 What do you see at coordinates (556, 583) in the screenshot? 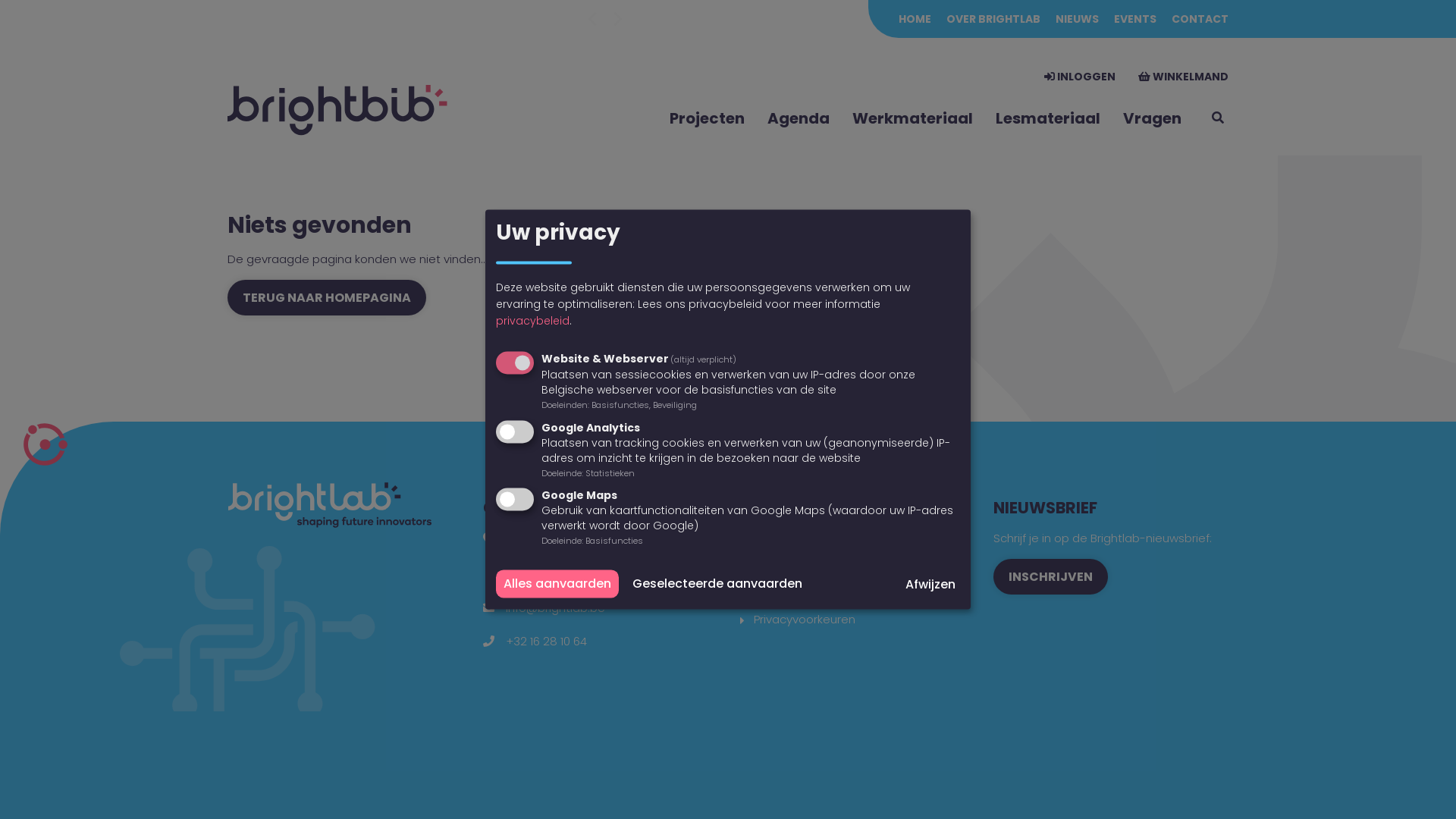
I see `'Alles aanvaarden'` at bounding box center [556, 583].